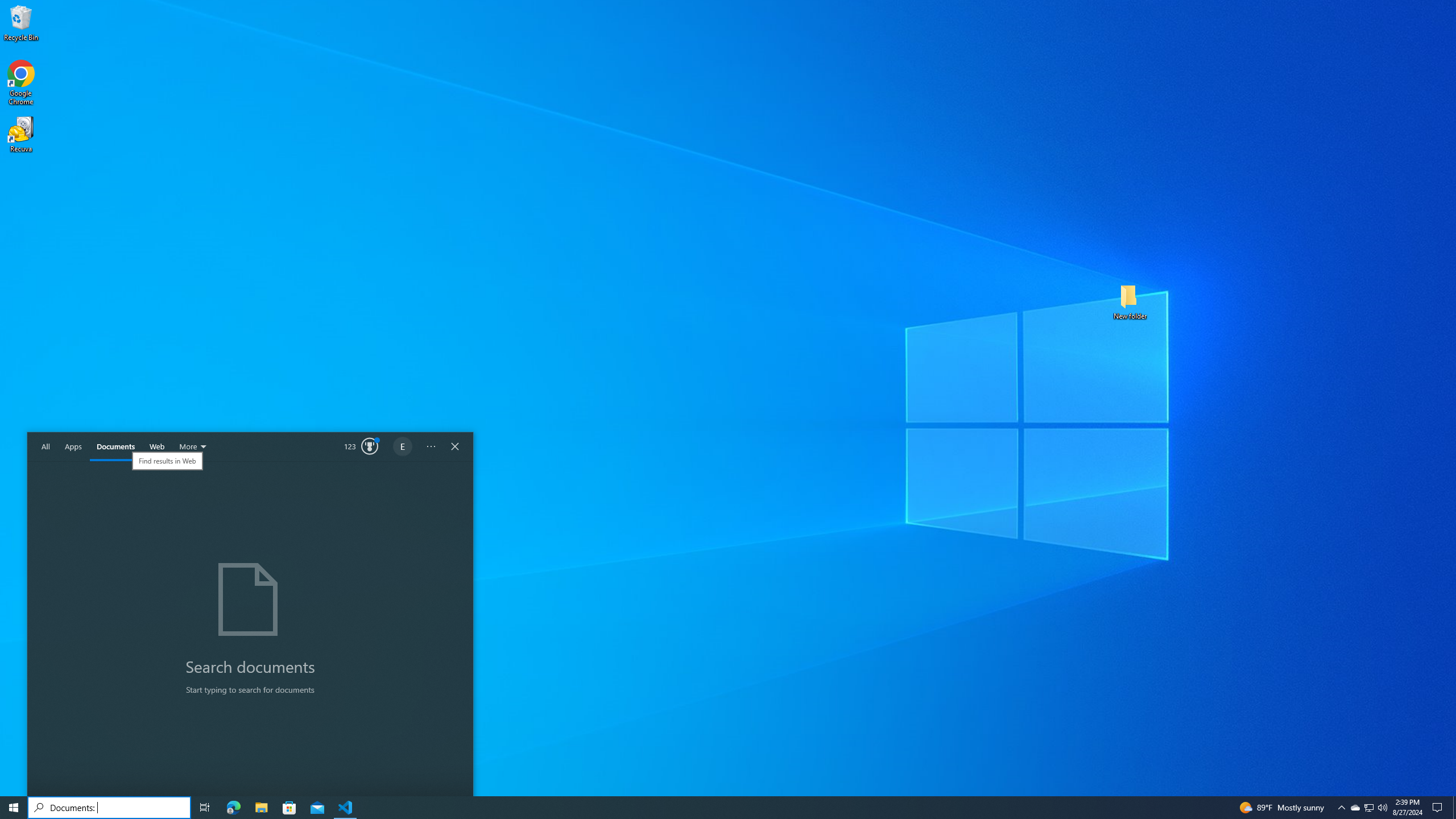  Describe the element at coordinates (167, 460) in the screenshot. I see `'Find results in Web'` at that location.